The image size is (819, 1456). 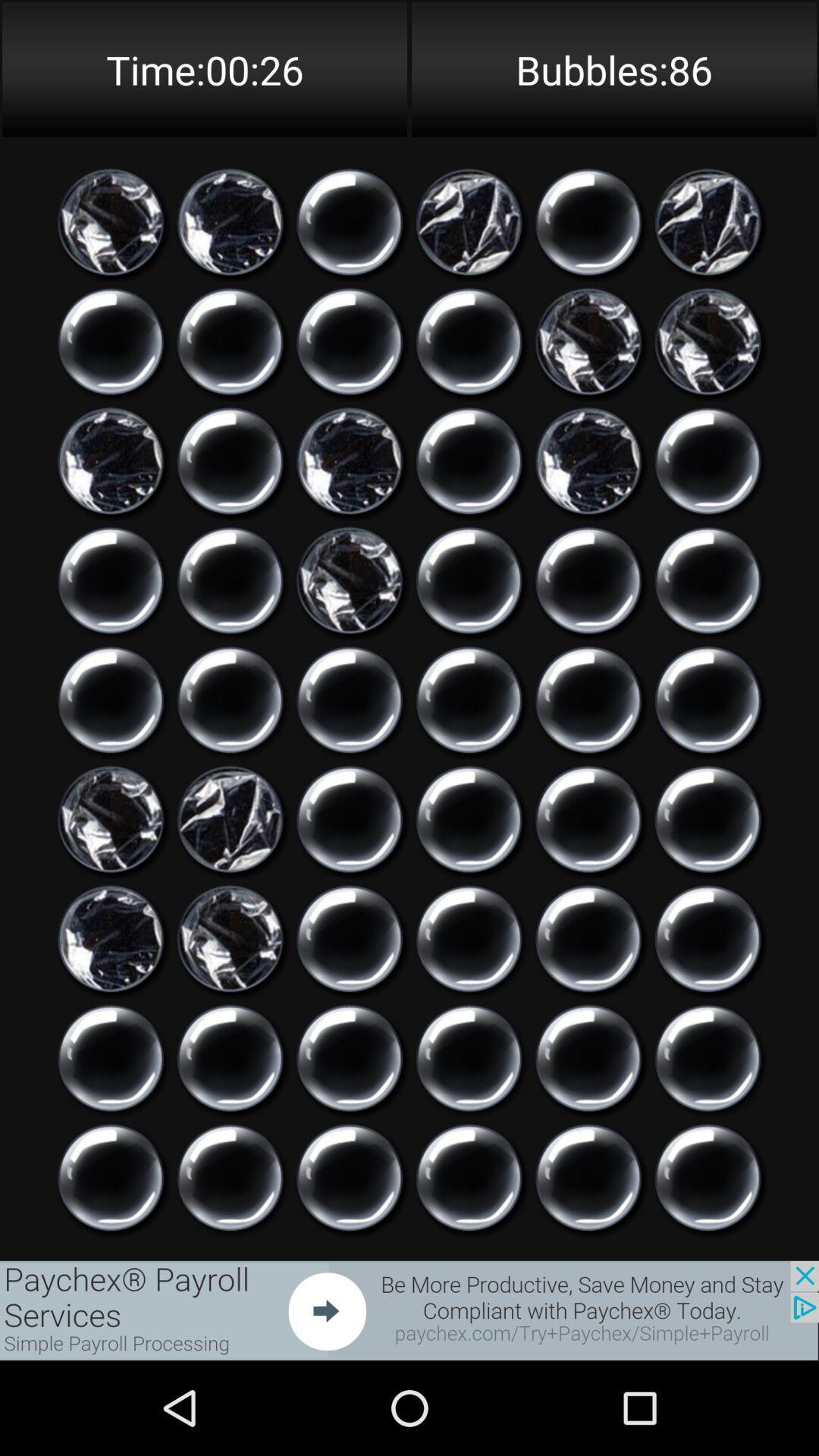 I want to click on the refresh icon, so click(x=588, y=877).